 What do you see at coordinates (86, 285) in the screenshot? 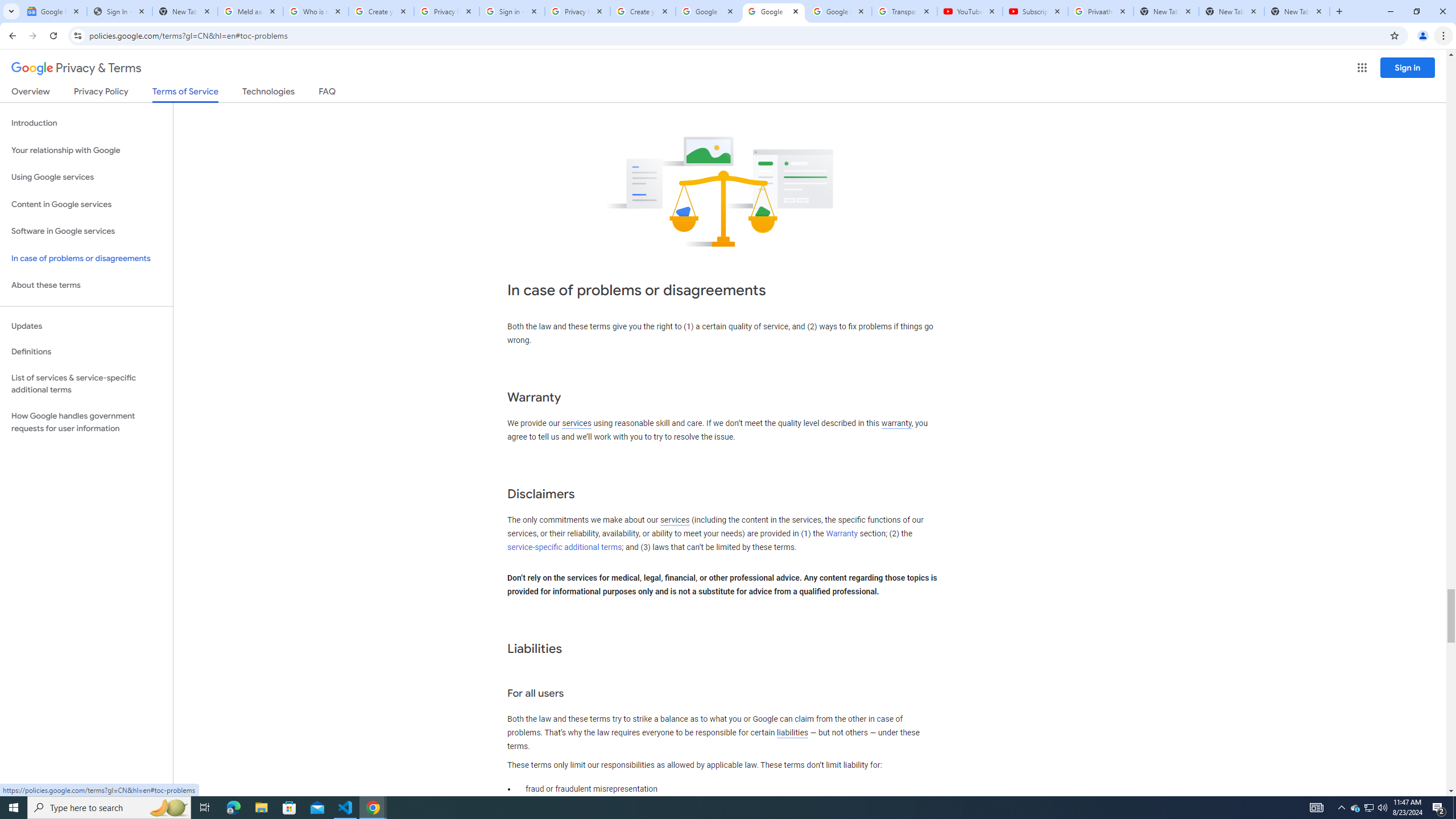
I see `'About these terms'` at bounding box center [86, 285].